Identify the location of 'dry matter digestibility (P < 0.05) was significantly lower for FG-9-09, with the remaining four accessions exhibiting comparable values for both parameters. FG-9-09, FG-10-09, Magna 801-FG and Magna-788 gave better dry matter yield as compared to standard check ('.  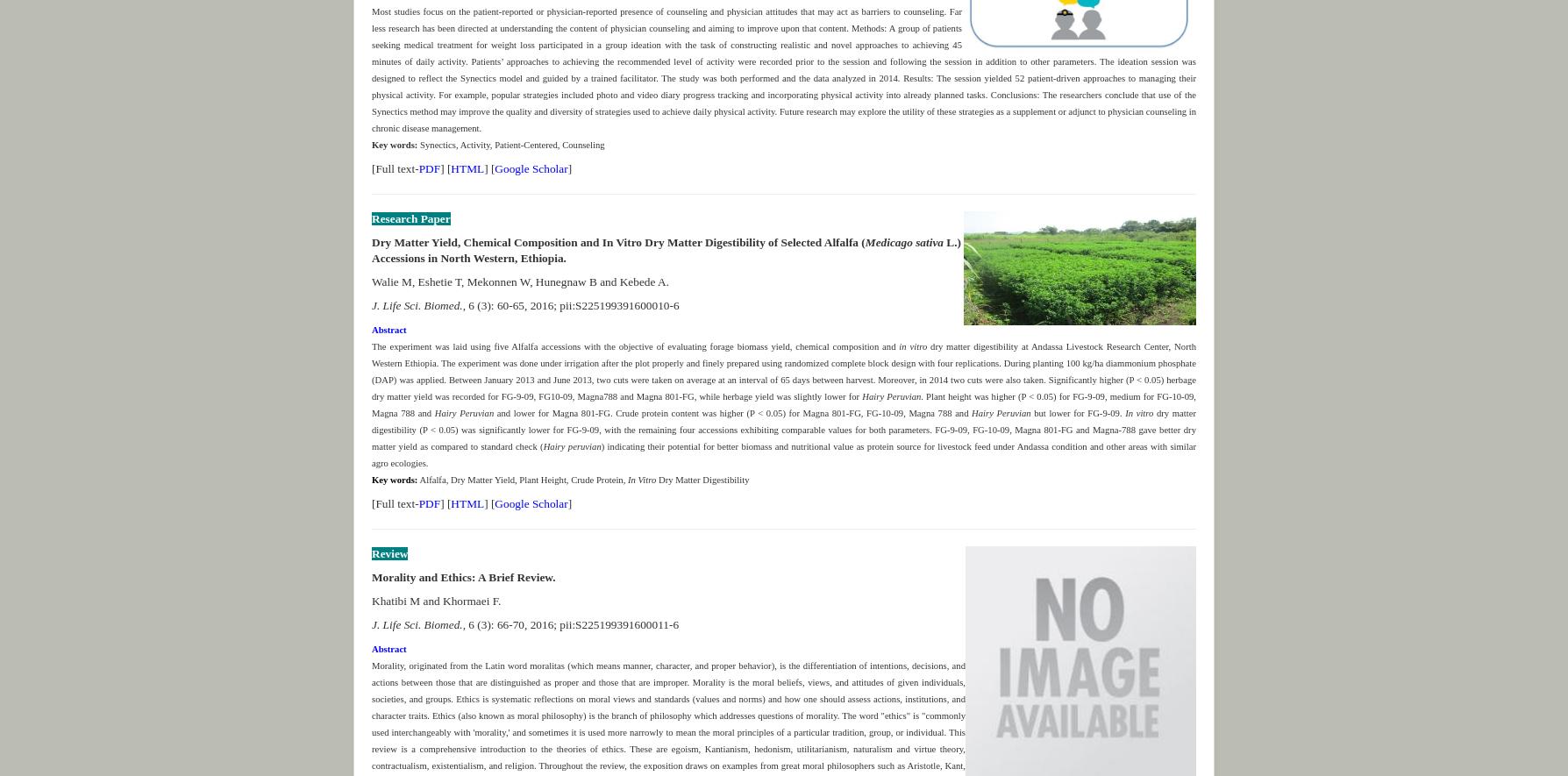
(784, 429).